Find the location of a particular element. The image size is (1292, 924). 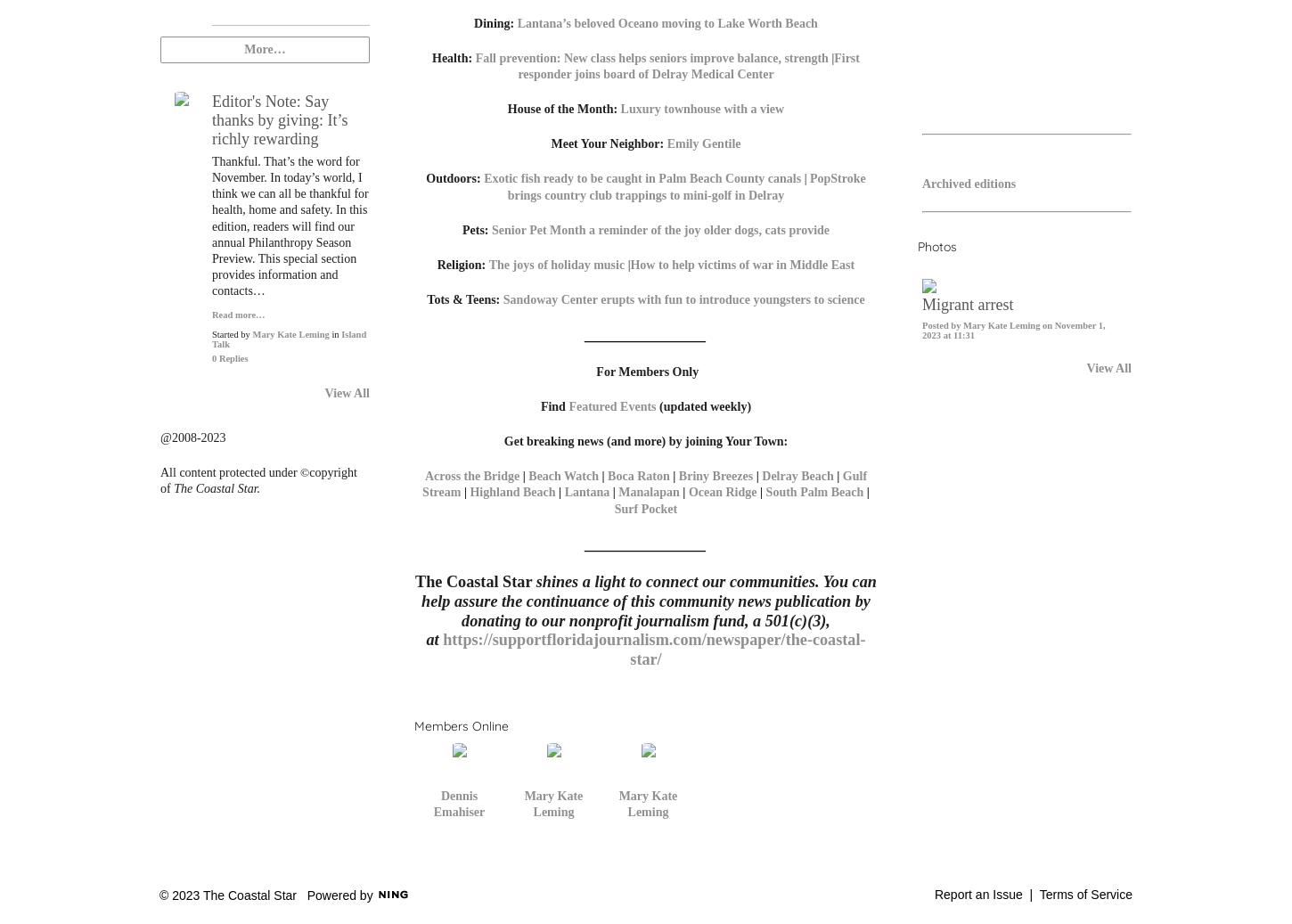

'Read more…' is located at coordinates (238, 313).